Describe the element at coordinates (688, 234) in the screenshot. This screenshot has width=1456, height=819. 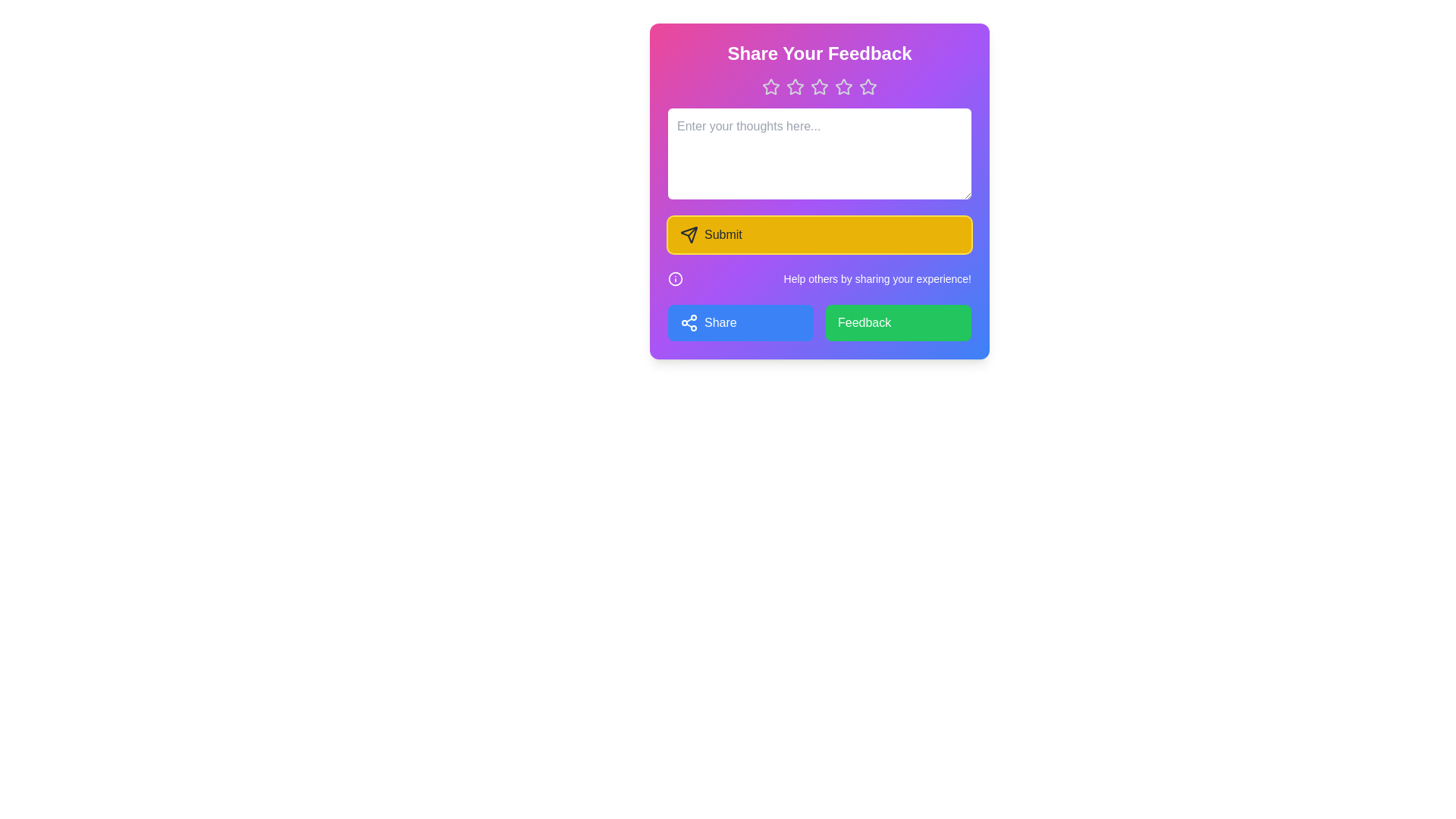
I see `the 'Submit' button, which is a yellow rectangular button located at the center of the feedback form` at that location.